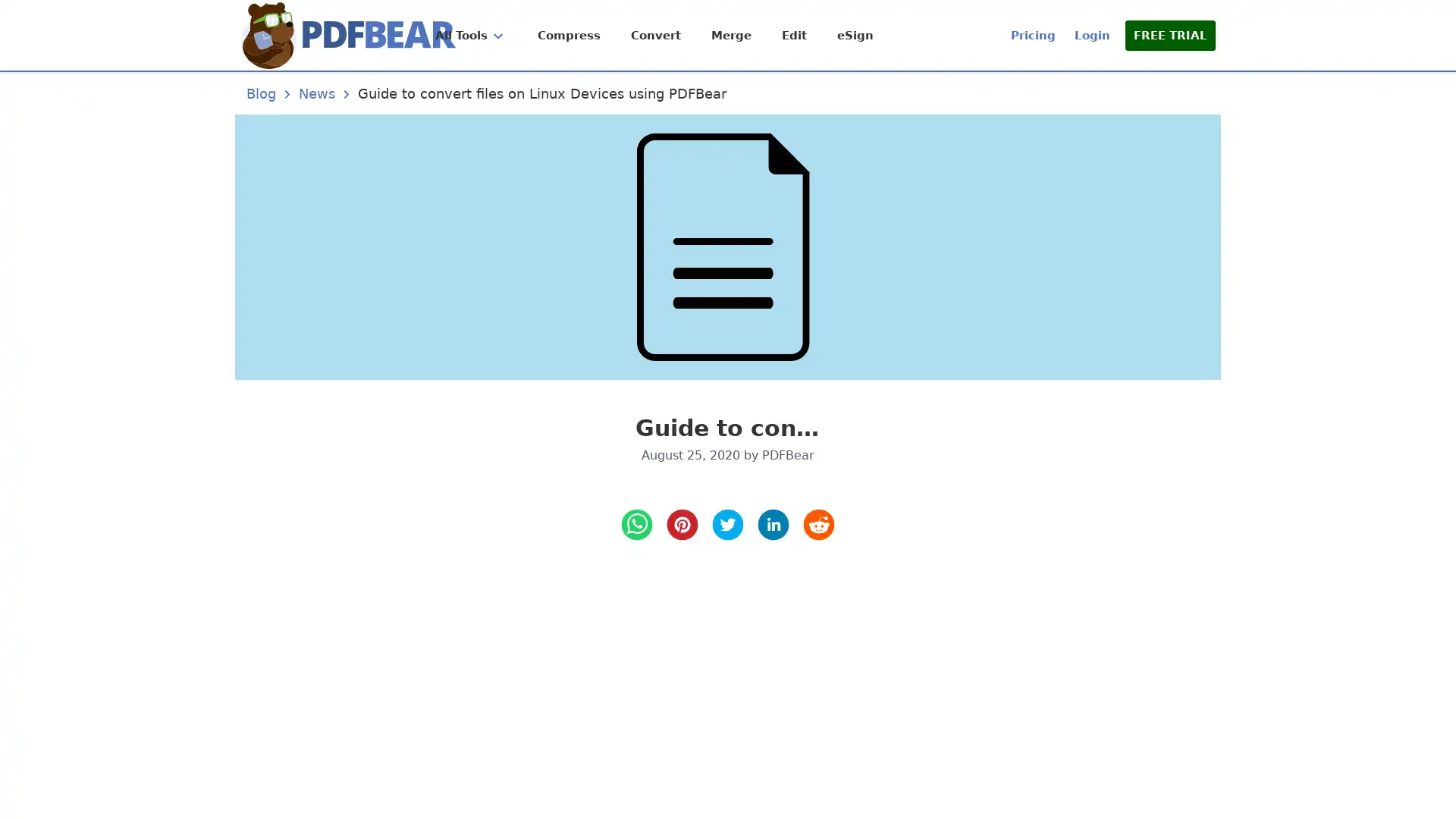 The image size is (1456, 819). What do you see at coordinates (637, 523) in the screenshot?
I see `whatsapp` at bounding box center [637, 523].